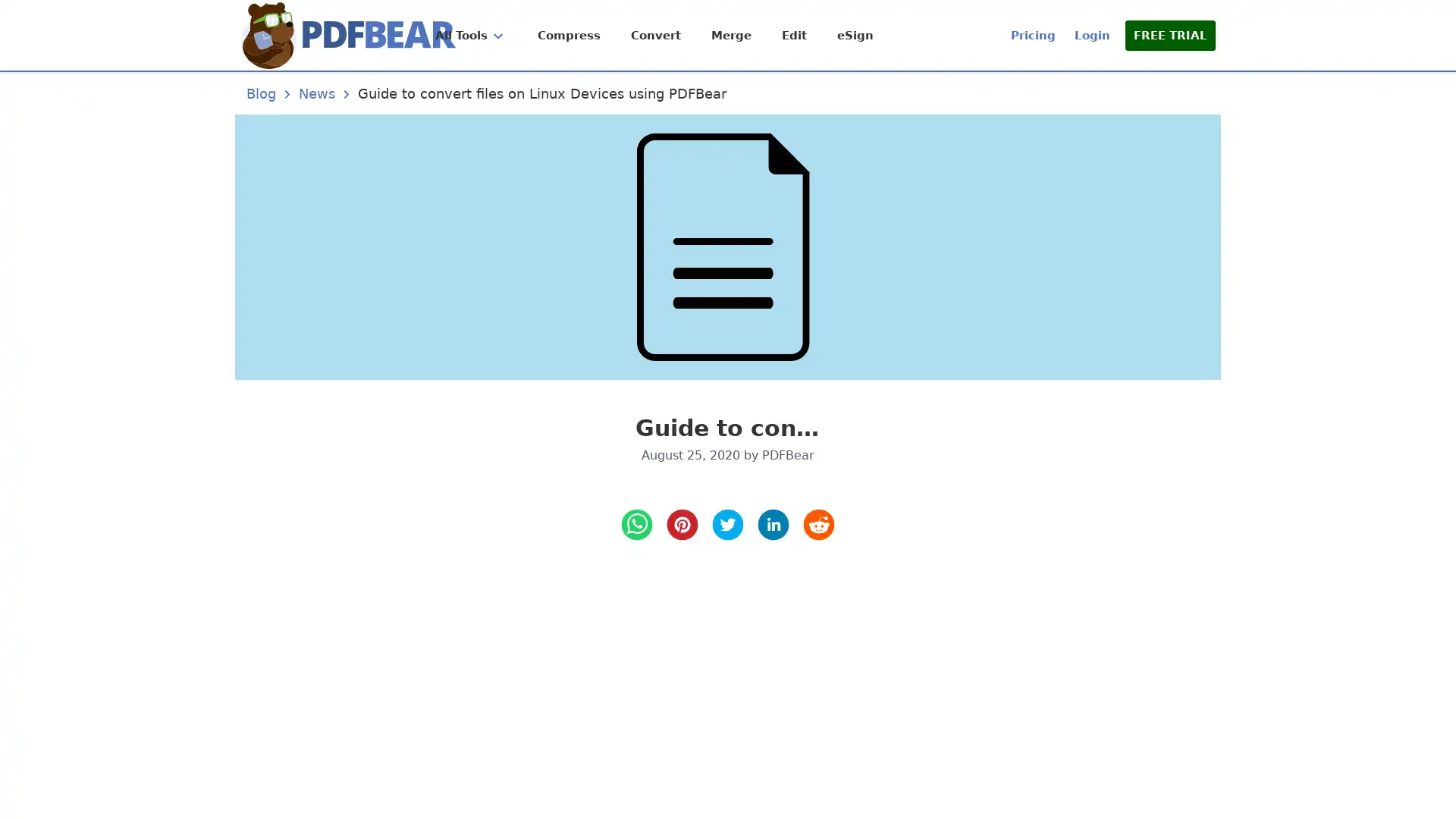 The image size is (1456, 819). What do you see at coordinates (637, 523) in the screenshot?
I see `whatsapp` at bounding box center [637, 523].